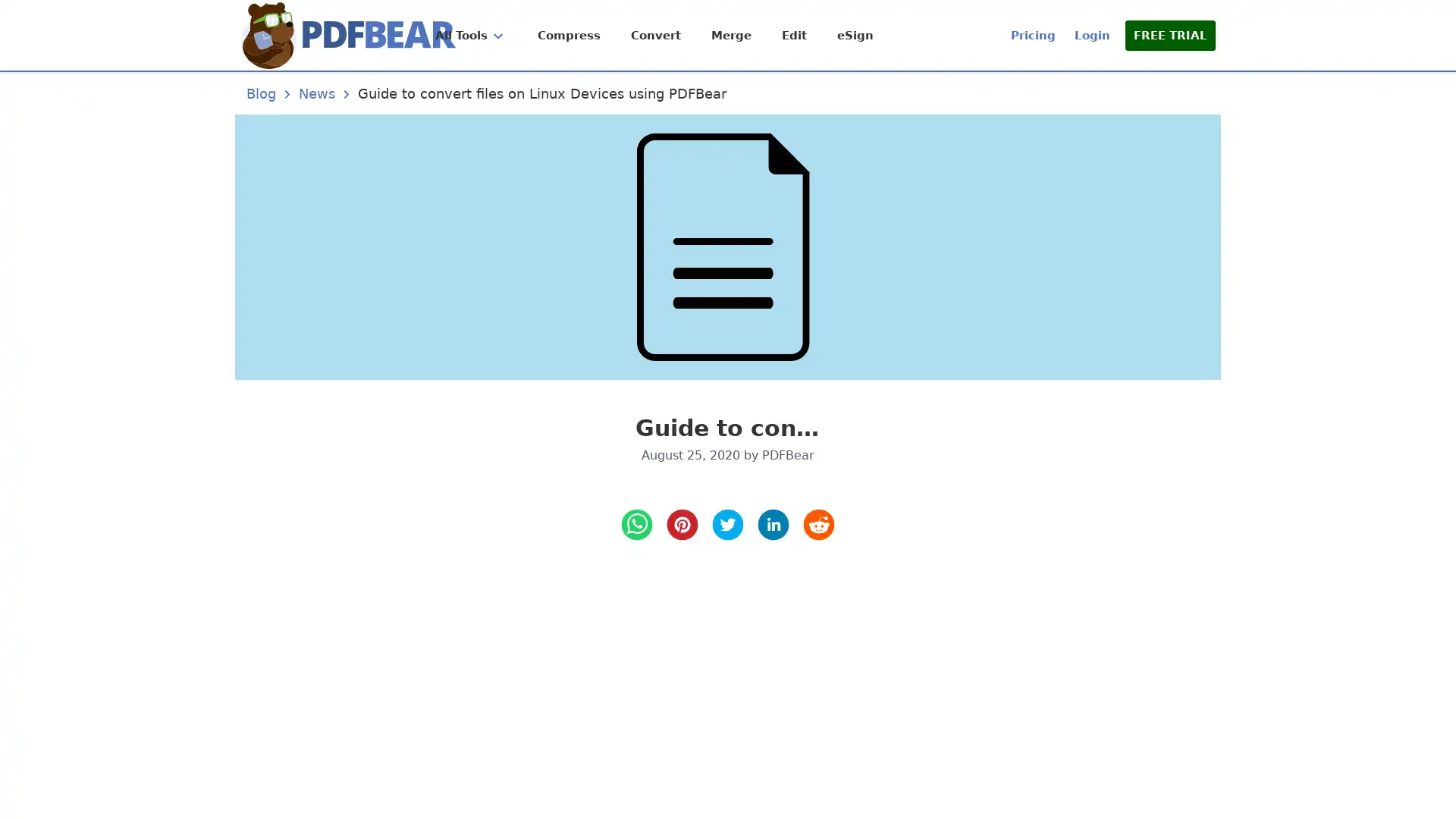 The image size is (1456, 819). What do you see at coordinates (637, 523) in the screenshot?
I see `whatsapp` at bounding box center [637, 523].